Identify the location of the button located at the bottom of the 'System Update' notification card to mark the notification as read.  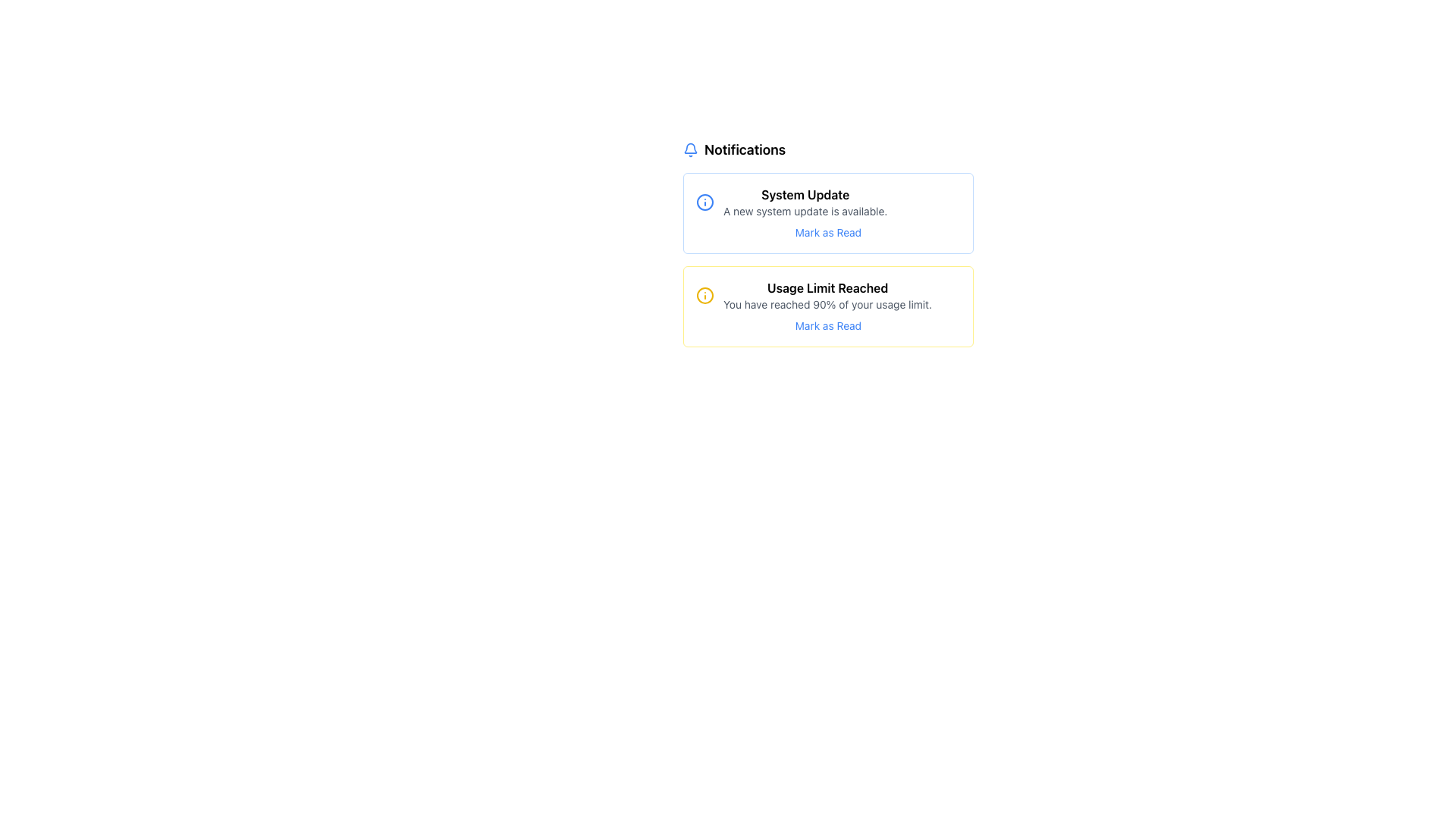
(827, 233).